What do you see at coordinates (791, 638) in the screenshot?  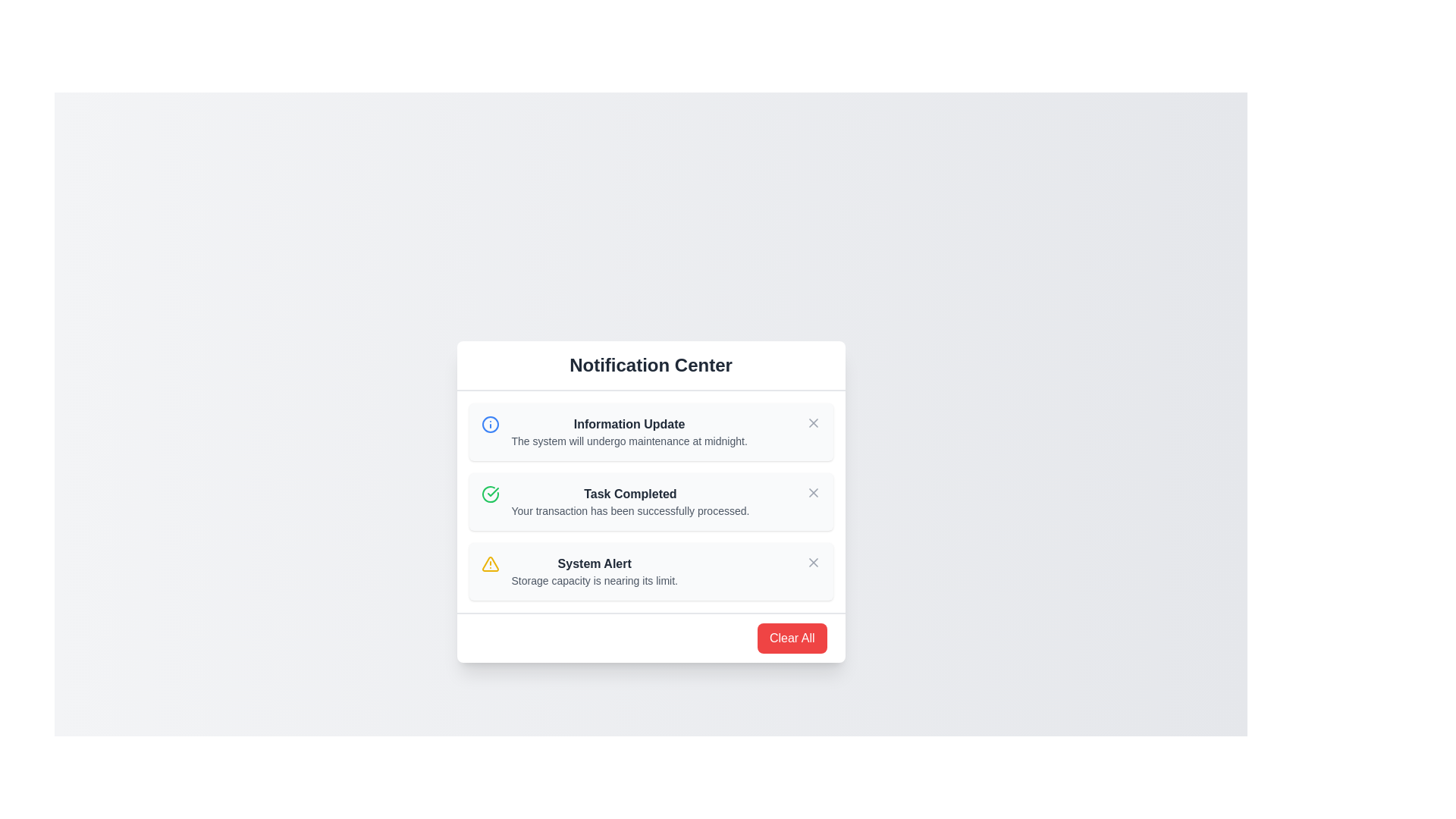 I see `the clear notifications button located at the bottom-right corner of the modal dialog` at bounding box center [791, 638].